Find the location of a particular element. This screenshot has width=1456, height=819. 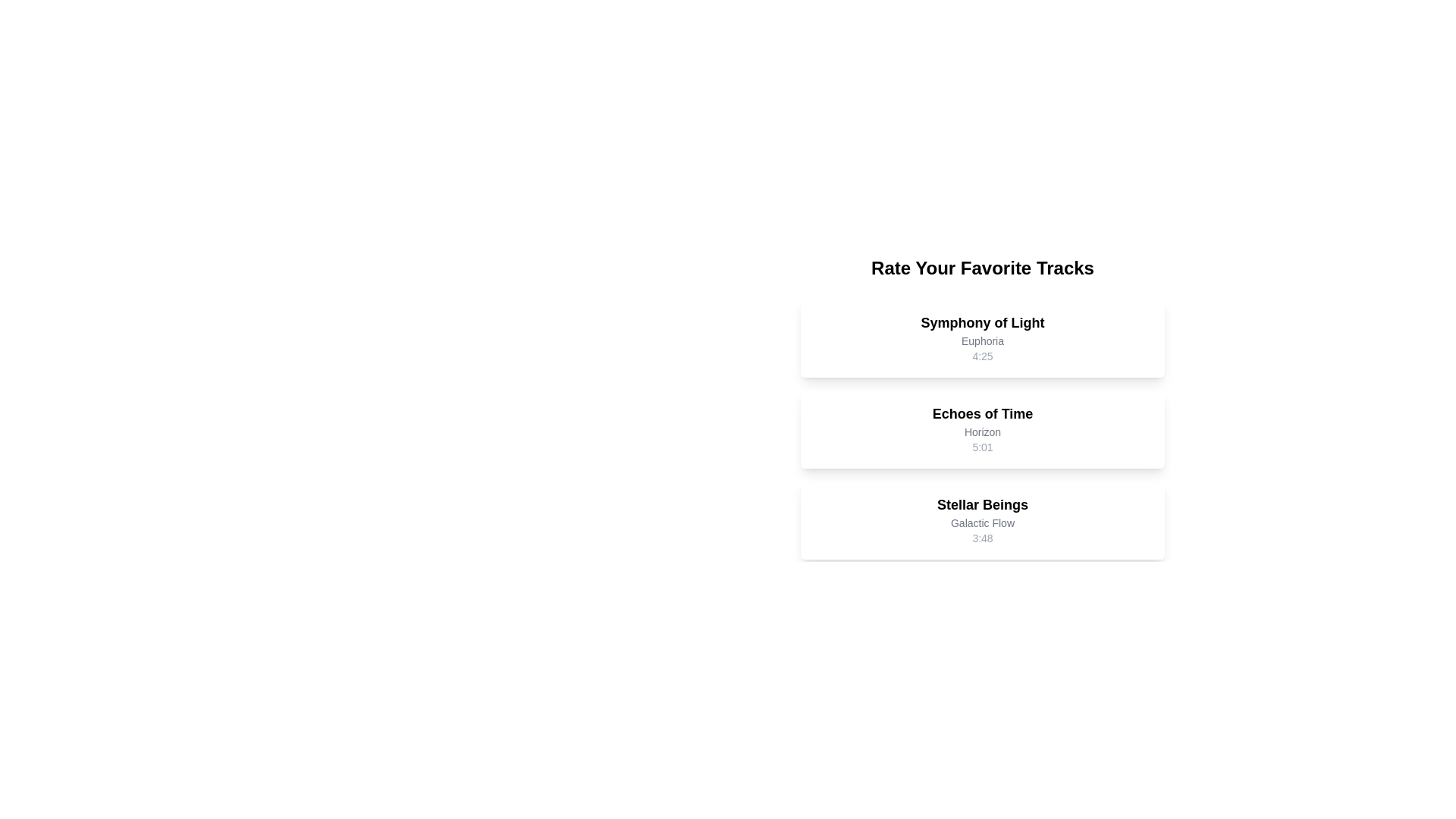

the Informational Card displaying the music track's details, which includes the track title in bold, a subtitle in gray, and the duration in lighter gray, styled with padding, rounded borders, and a shadow effect is located at coordinates (983, 337).